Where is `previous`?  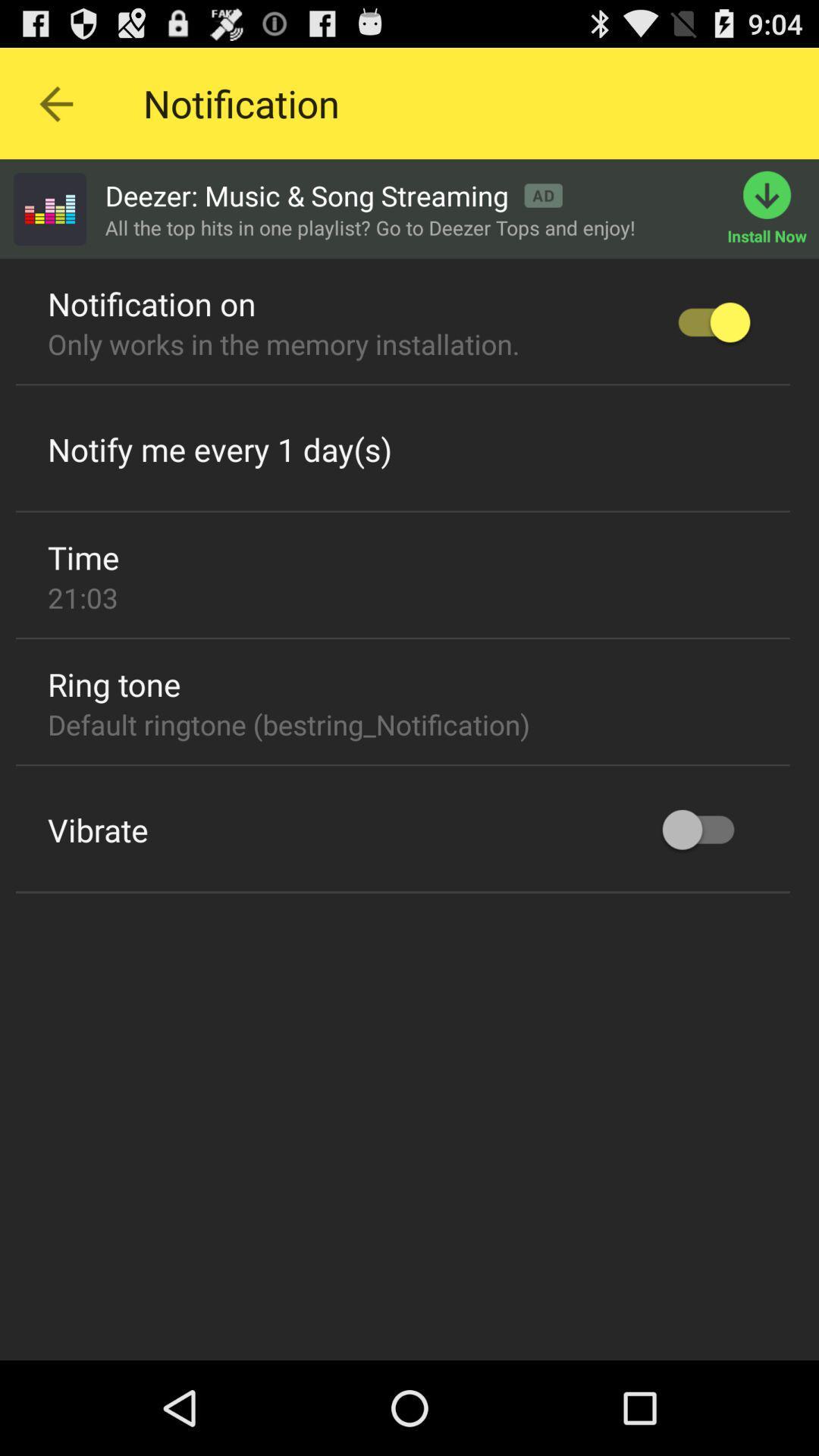 previous is located at coordinates (55, 102).